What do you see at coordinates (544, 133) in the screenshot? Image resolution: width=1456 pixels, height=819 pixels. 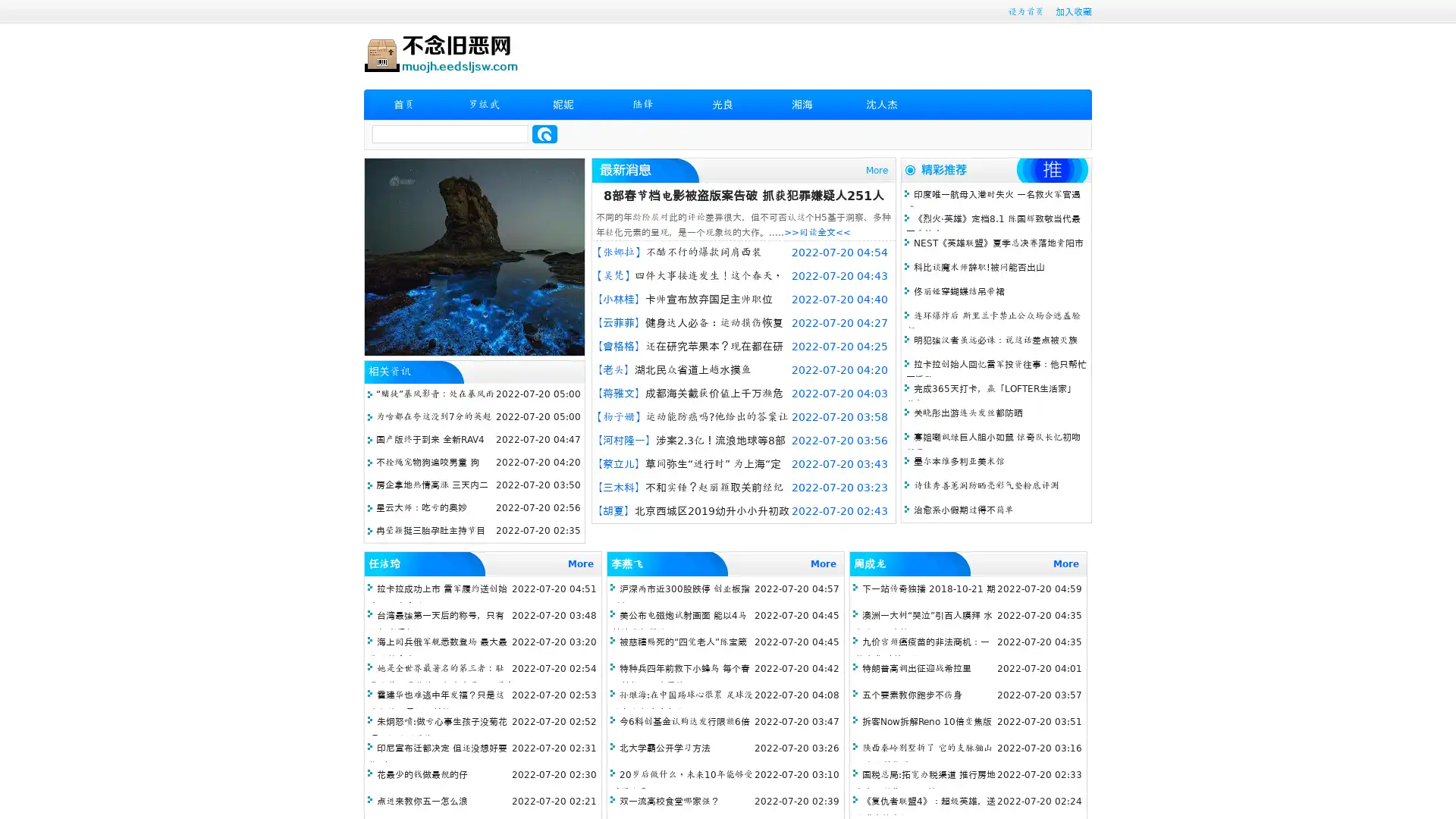 I see `Search` at bounding box center [544, 133].